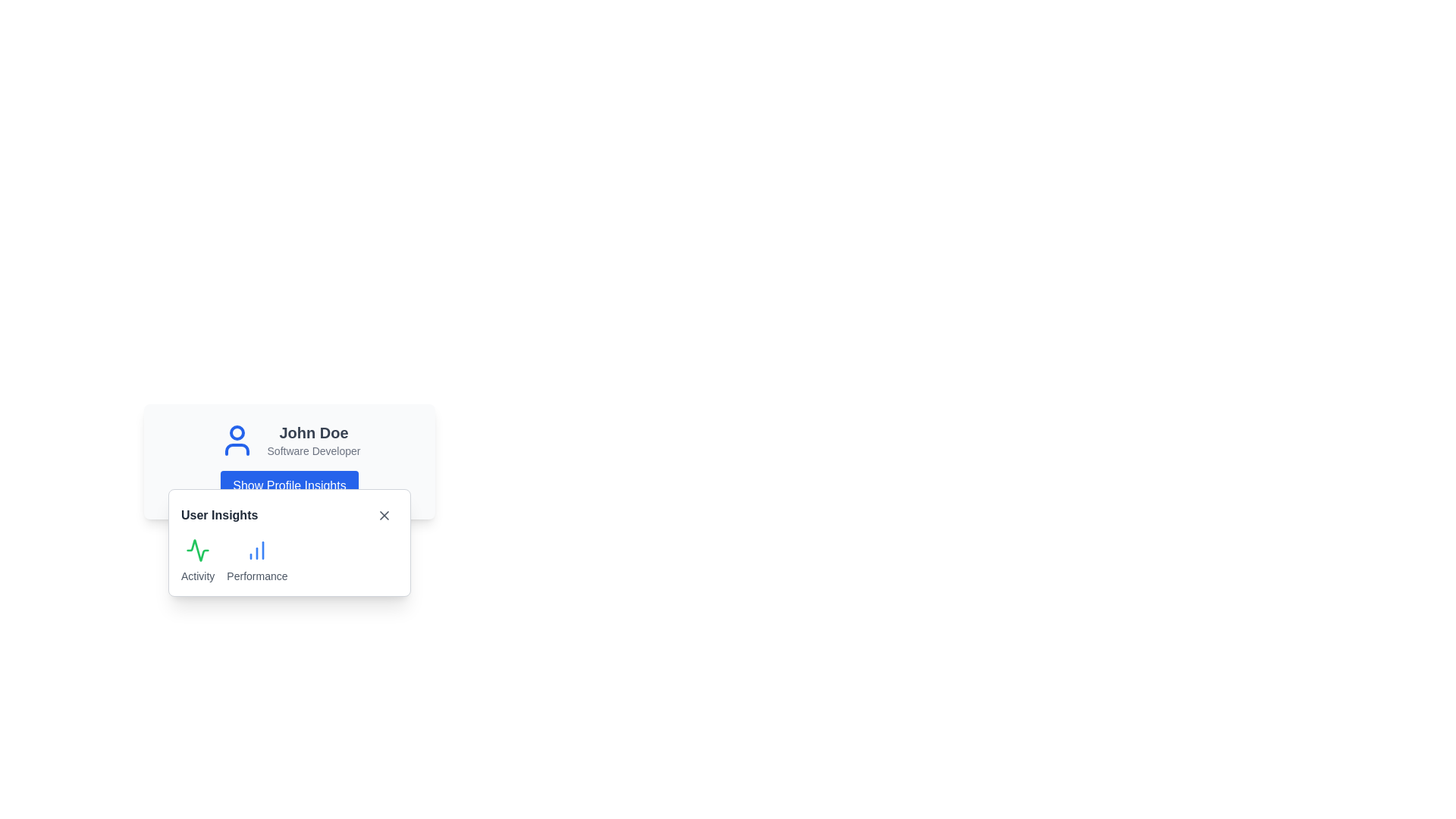 The image size is (1456, 819). I want to click on the 'Activity' or 'Performance' sections of the 'User Insights' modal, so click(290, 542).